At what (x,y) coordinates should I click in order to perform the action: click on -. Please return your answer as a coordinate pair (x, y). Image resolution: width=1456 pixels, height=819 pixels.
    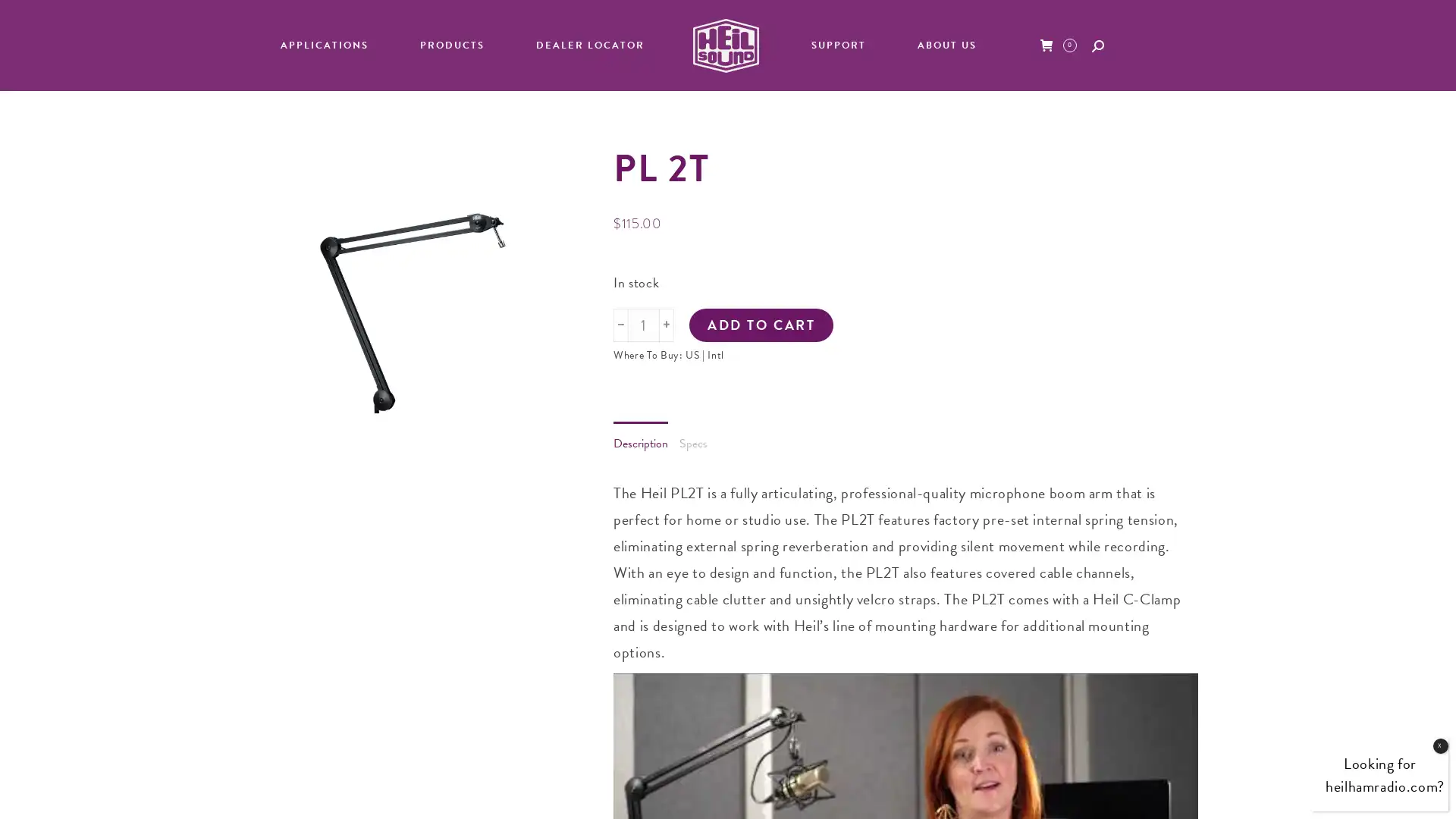
    Looking at the image, I should click on (621, 324).